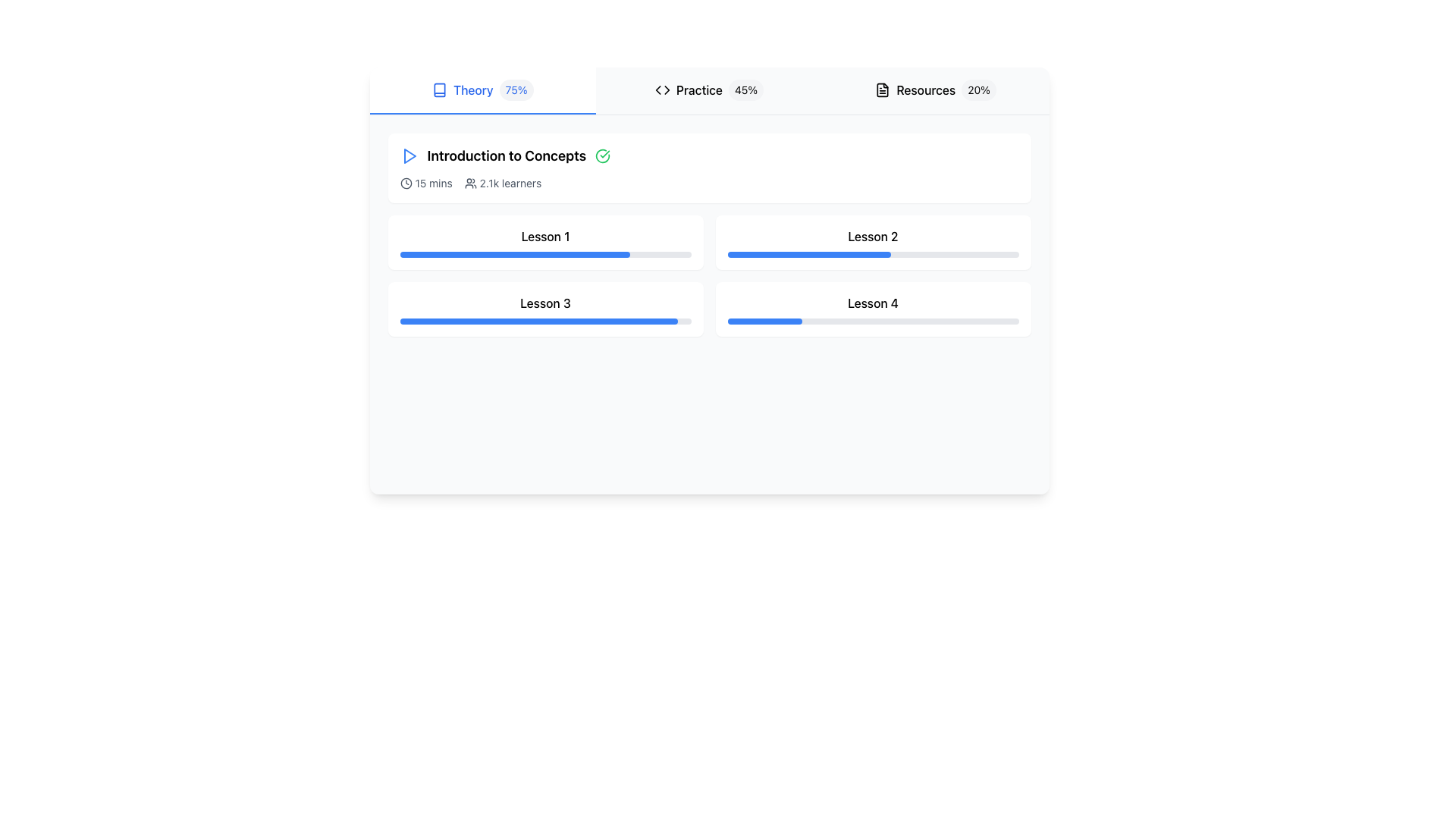 The image size is (1456, 819). I want to click on textual content of the label indicating the number of learners associated with the course or module, located to the right of the '15 mins' label under the title 'Introduction to Concepts', so click(503, 183).